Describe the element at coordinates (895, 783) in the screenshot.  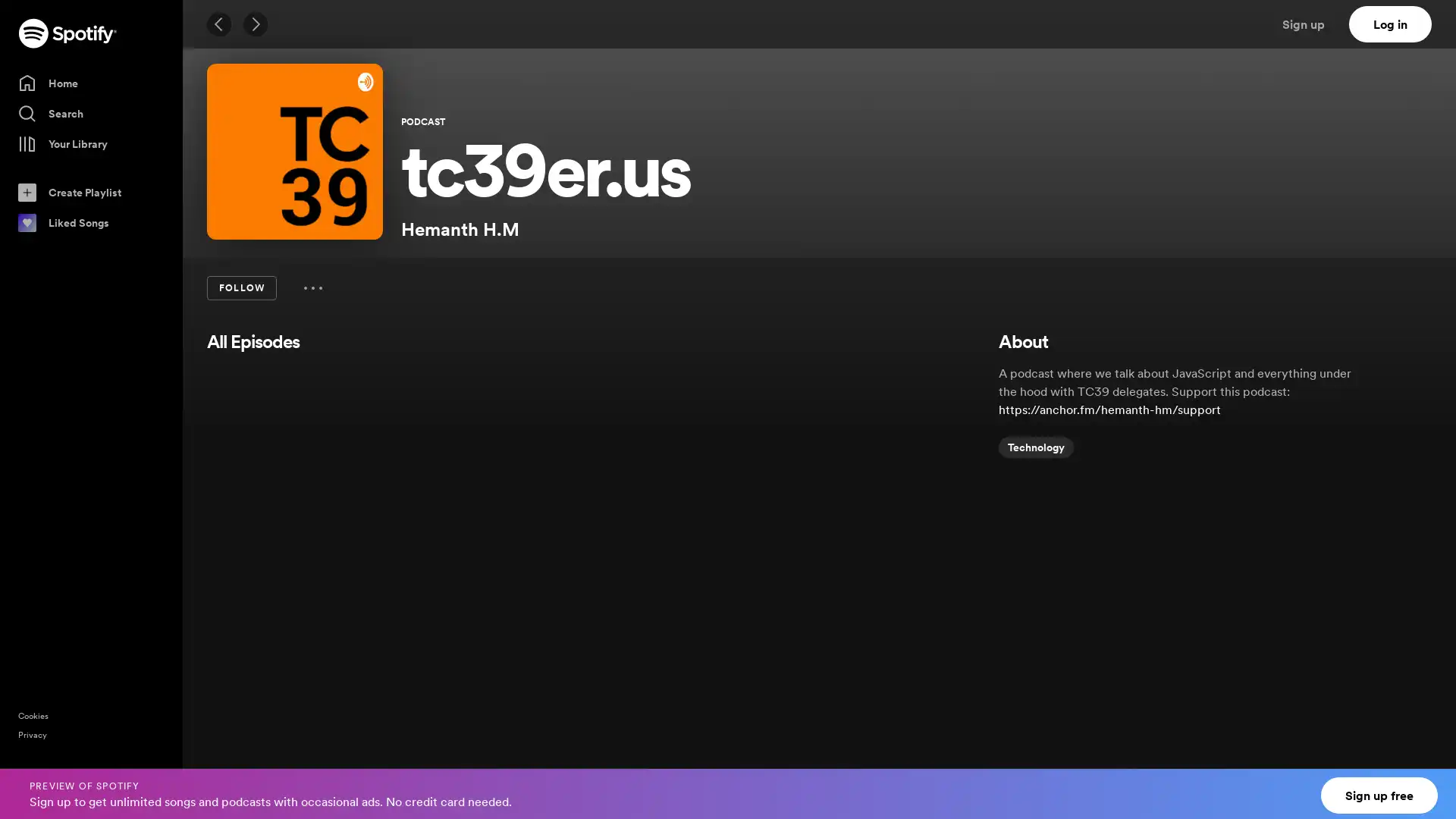
I see `Share` at that location.